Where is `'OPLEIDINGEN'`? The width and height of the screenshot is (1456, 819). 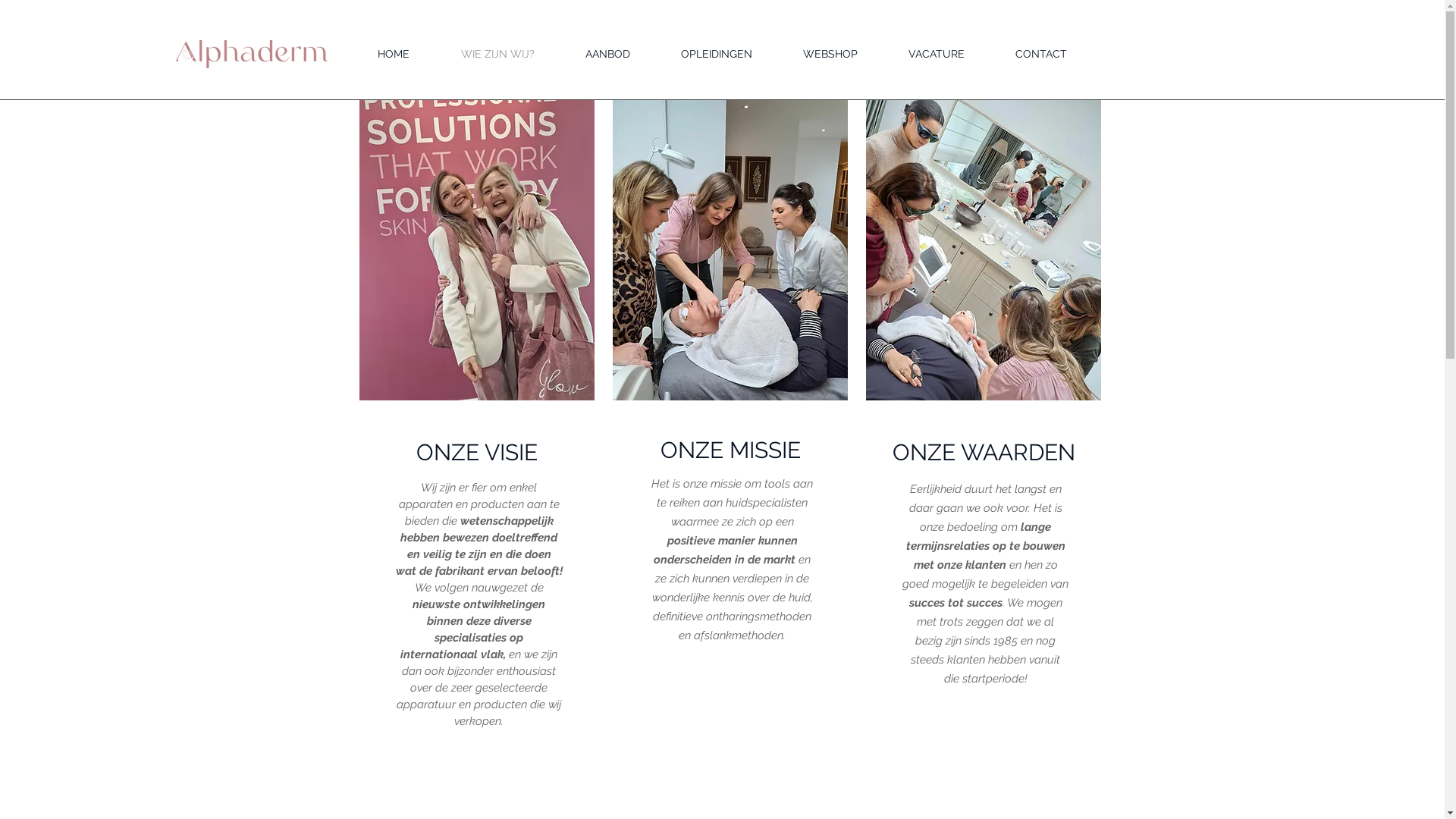
'OPLEIDINGEN' is located at coordinates (715, 53).